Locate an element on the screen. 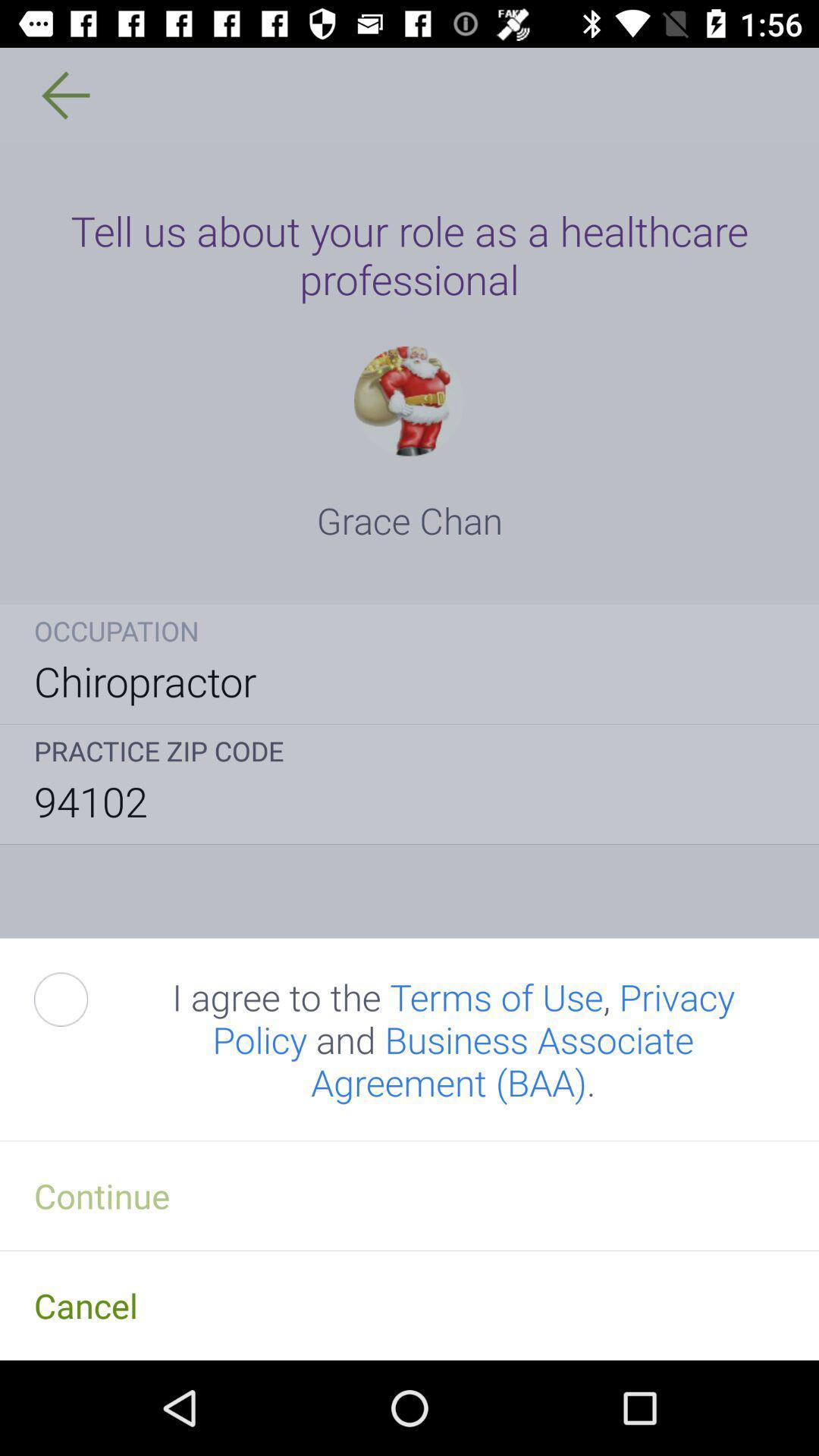  icon below the i agree to is located at coordinates (409, 1194).